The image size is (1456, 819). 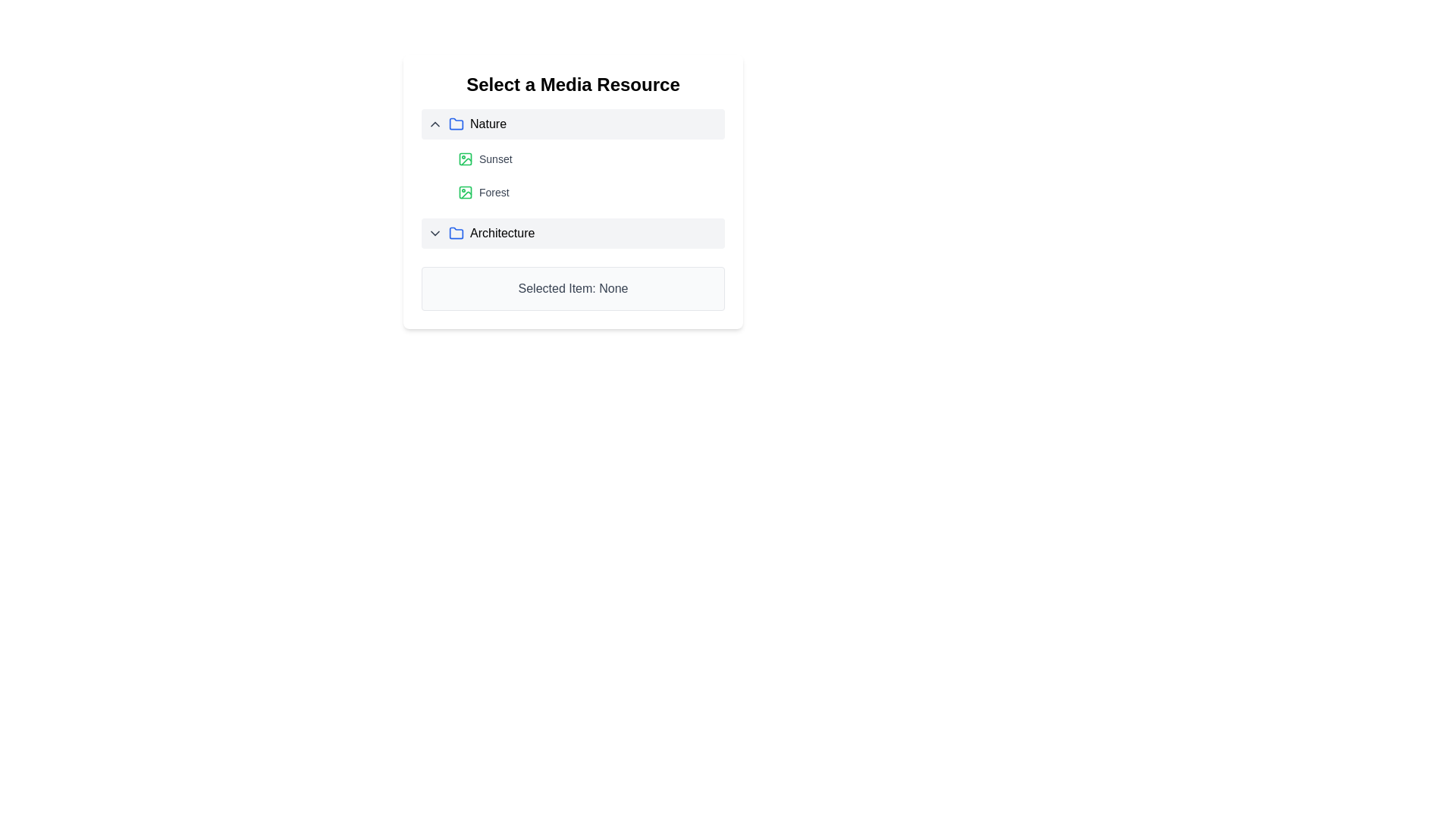 I want to click on the text label representing the first selectable folder in the media resource list, so click(x=488, y=124).